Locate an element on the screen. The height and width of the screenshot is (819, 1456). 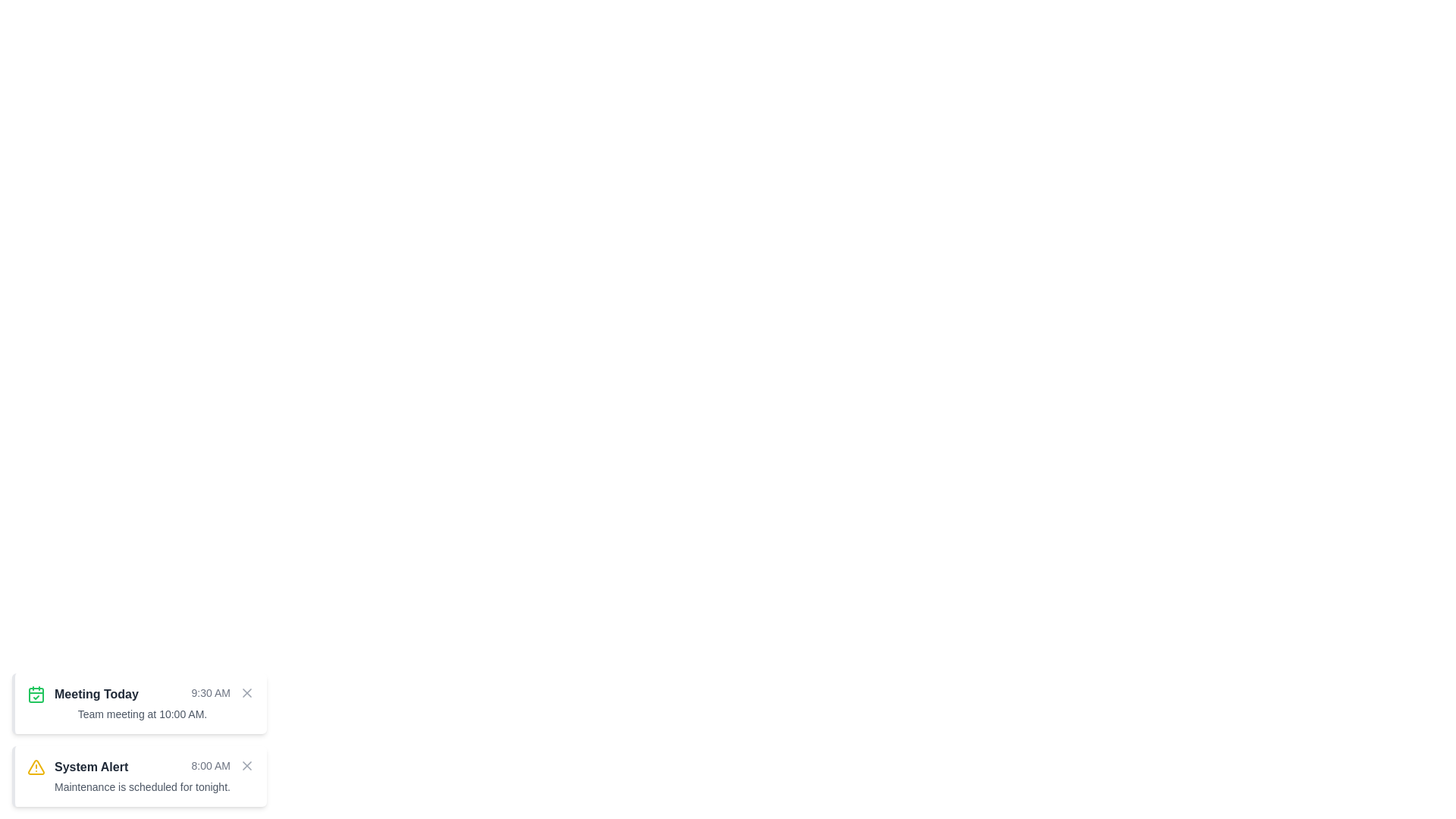
the descriptive text located below the 'System Alert' header within the alert card, which provides additional information about the notification is located at coordinates (142, 786).